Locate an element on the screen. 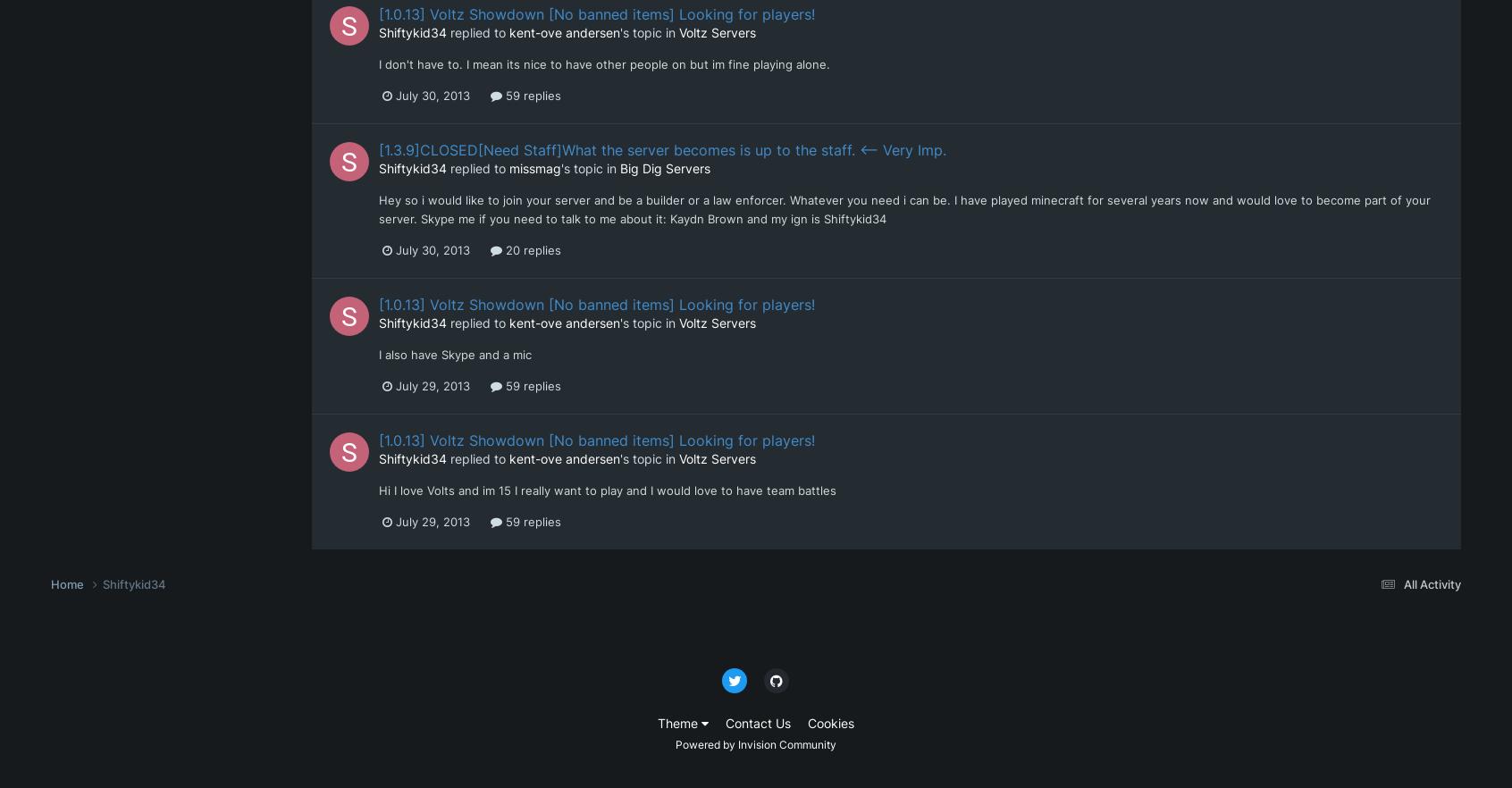  'I also have Skype and a mic' is located at coordinates (455, 354).